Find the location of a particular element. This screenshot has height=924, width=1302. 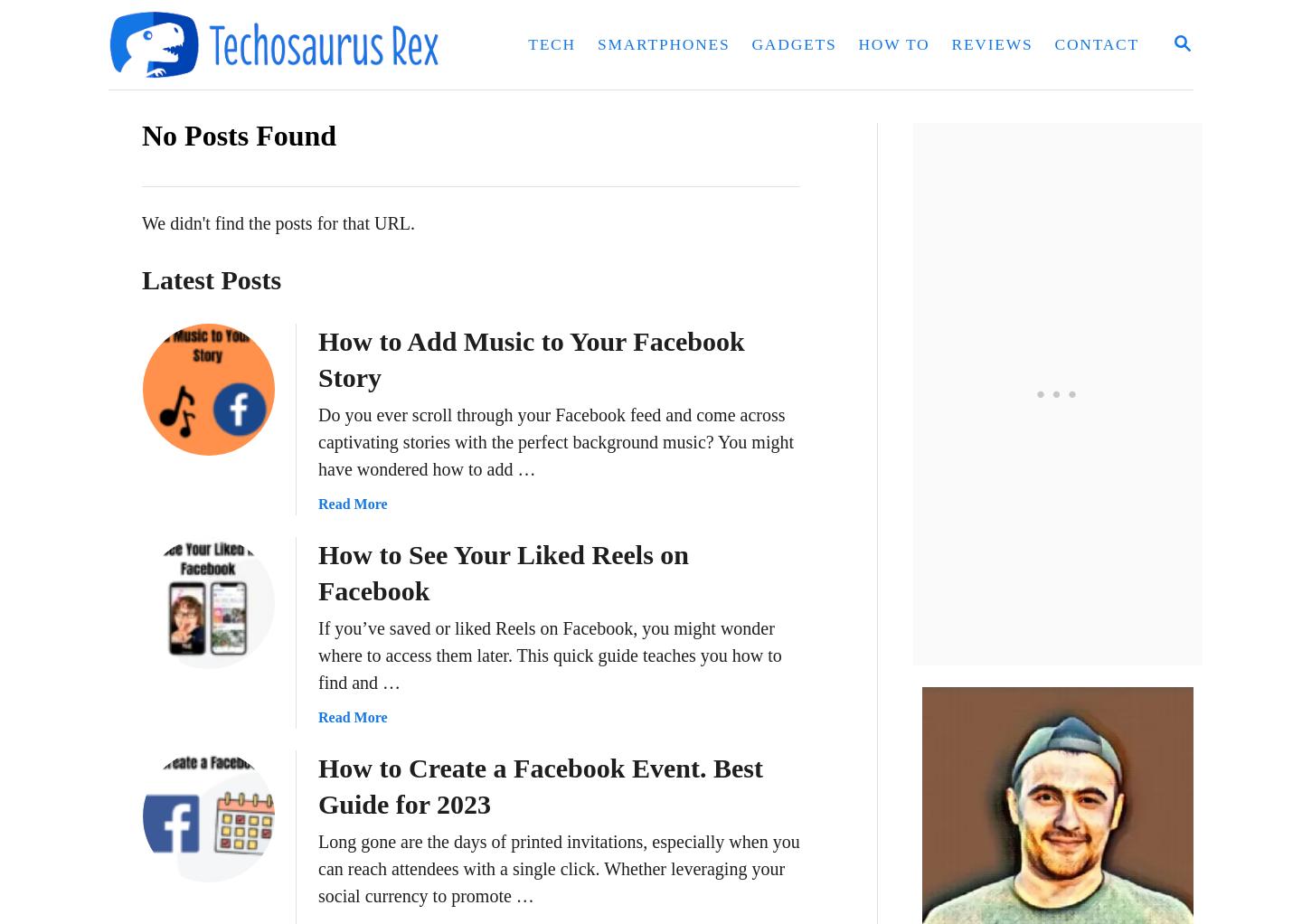

'How To' is located at coordinates (892, 43).